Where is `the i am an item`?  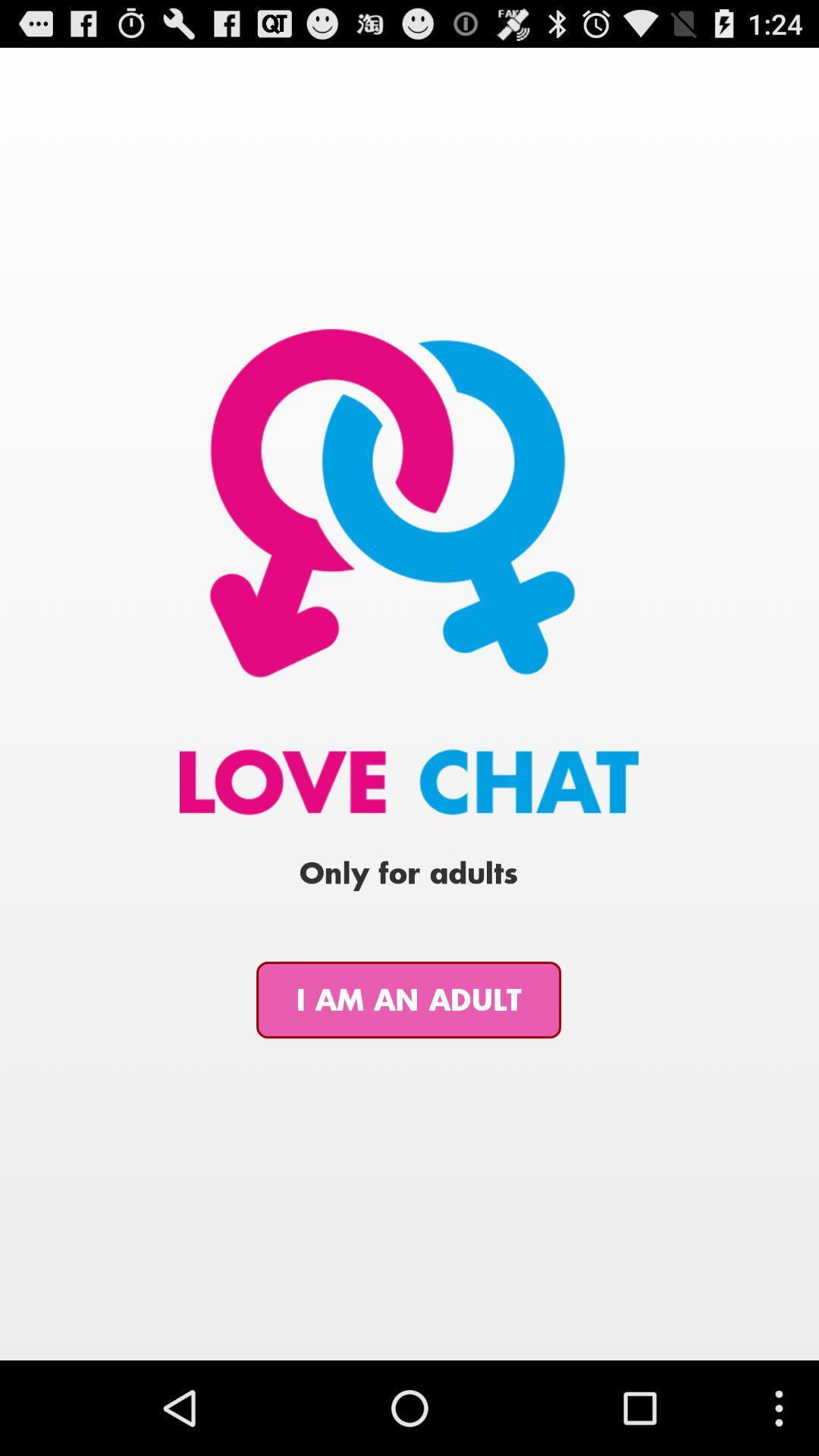 the i am an item is located at coordinates (408, 999).